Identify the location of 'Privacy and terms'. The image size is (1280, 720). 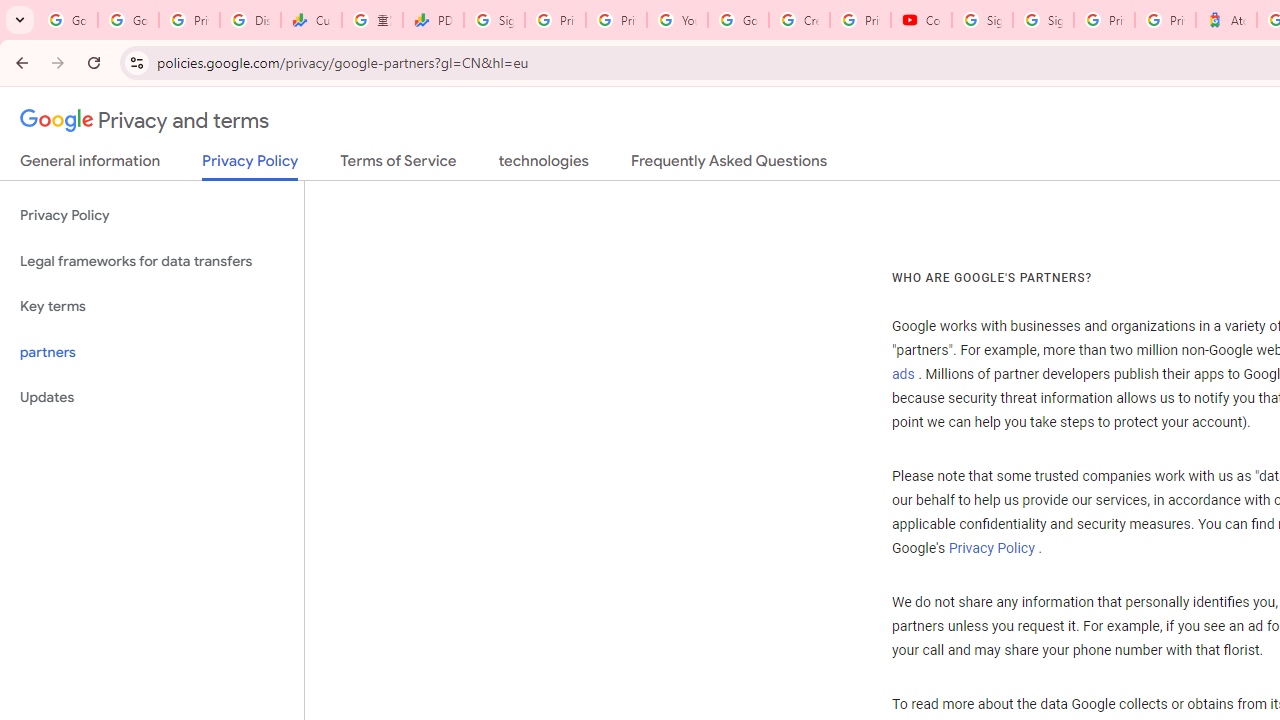
(144, 121).